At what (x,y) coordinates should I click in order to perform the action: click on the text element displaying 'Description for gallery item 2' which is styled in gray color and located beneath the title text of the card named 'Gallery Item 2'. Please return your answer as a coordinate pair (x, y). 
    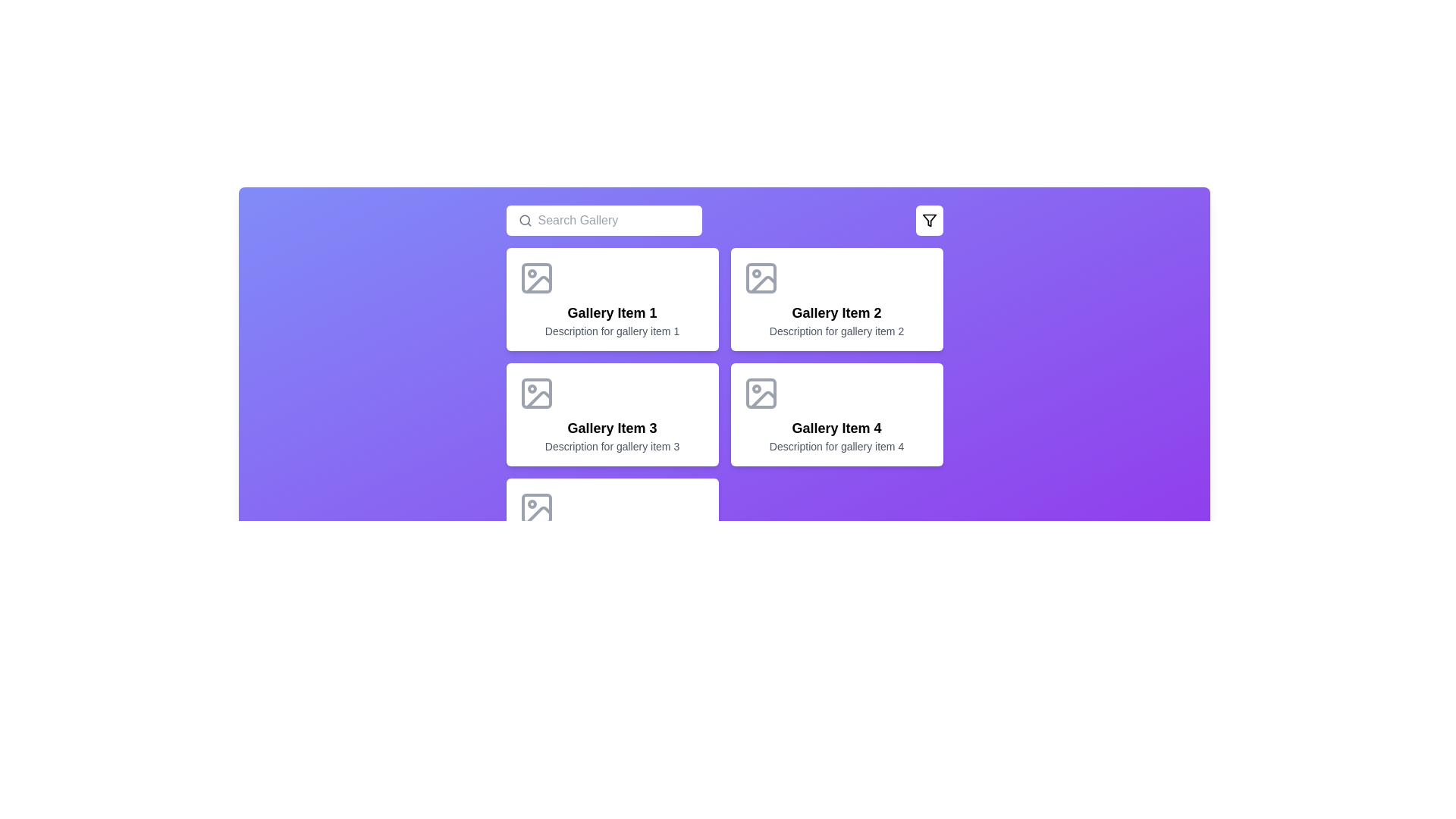
    Looking at the image, I should click on (836, 330).